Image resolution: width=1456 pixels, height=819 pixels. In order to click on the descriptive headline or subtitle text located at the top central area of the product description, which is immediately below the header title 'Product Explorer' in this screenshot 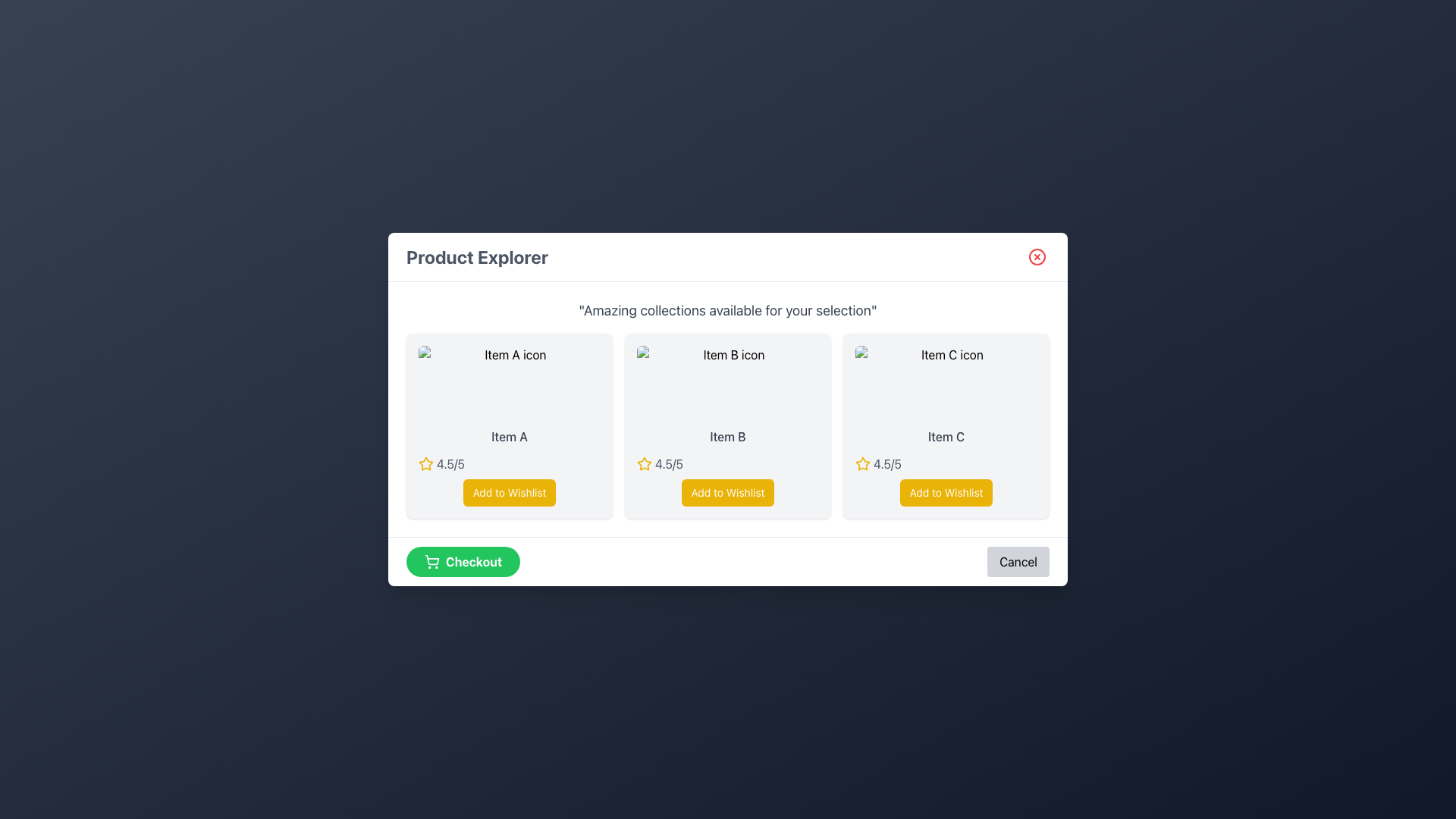, I will do `click(728, 309)`.